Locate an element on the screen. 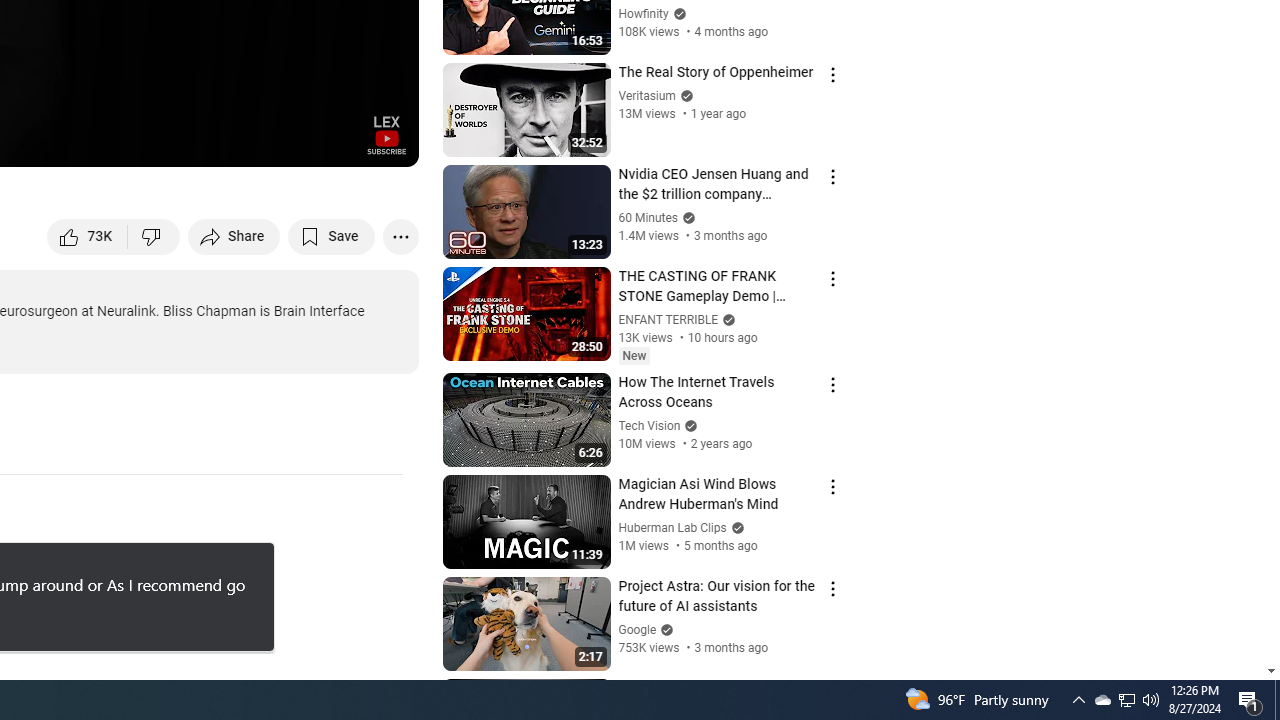  'Verified' is located at coordinates (664, 628).